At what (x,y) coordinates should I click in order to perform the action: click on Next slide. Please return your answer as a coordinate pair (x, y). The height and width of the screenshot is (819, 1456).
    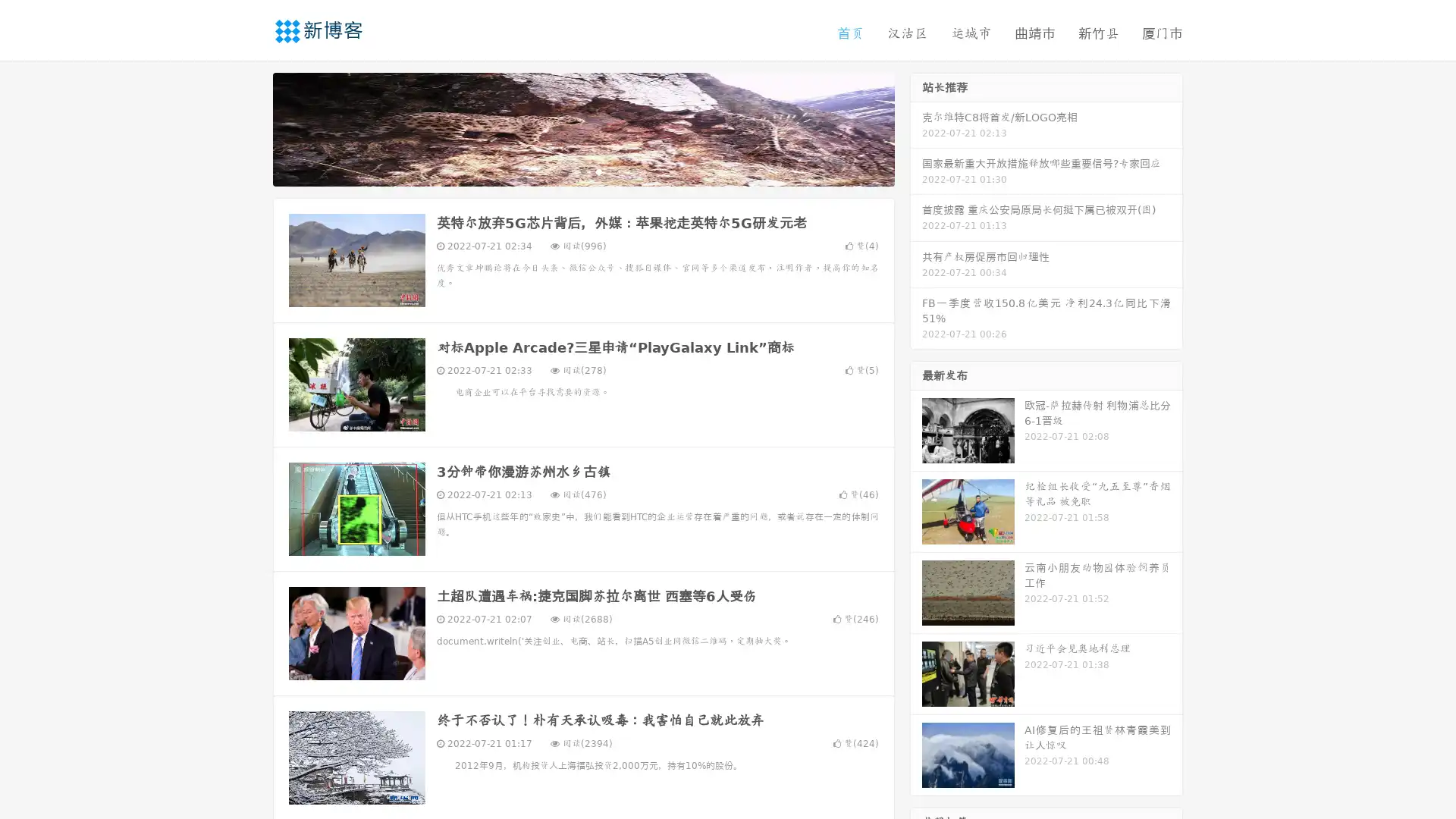
    Looking at the image, I should click on (916, 127).